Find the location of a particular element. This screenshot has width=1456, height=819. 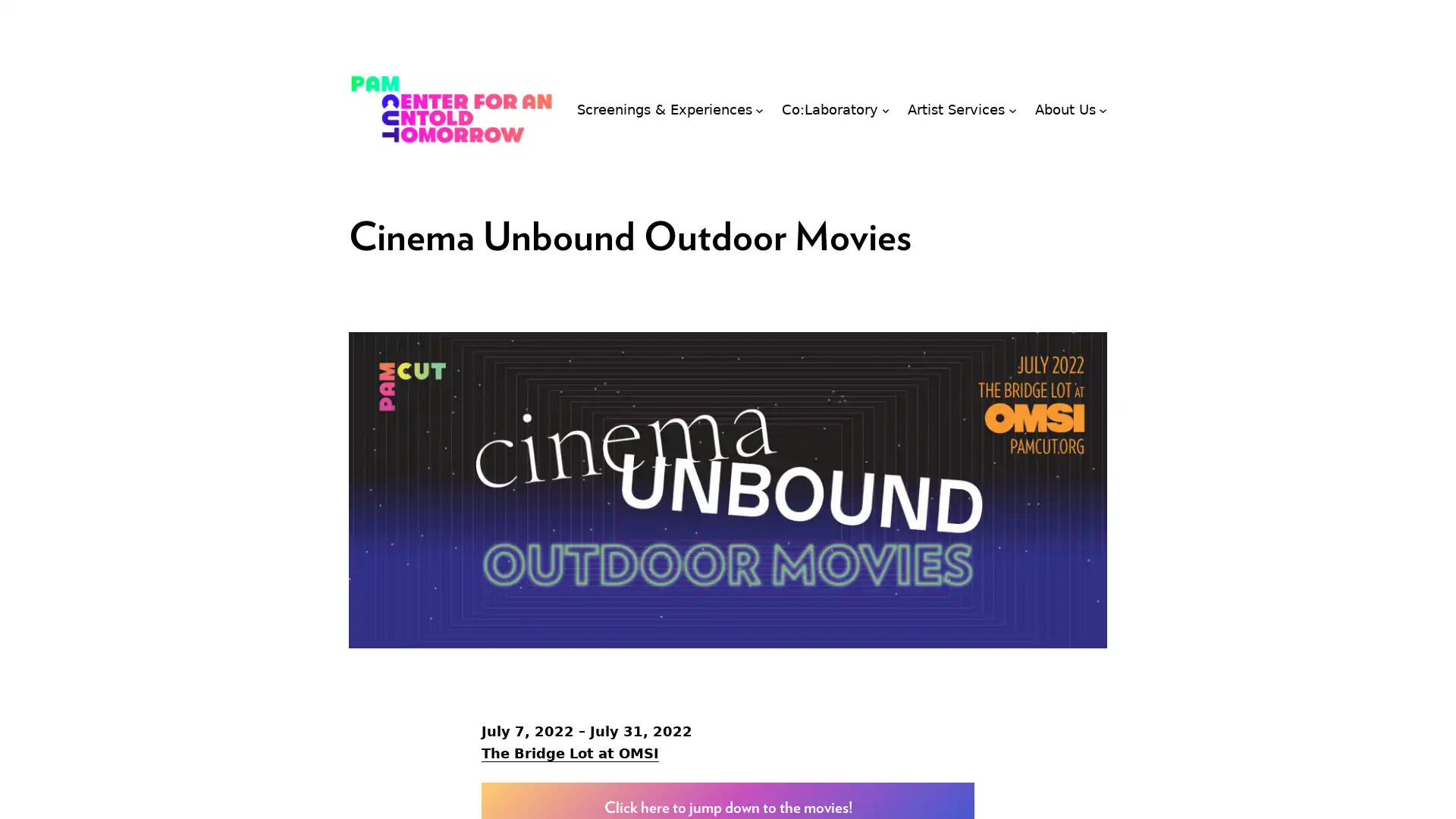

About Us submenu is located at coordinates (1103, 108).